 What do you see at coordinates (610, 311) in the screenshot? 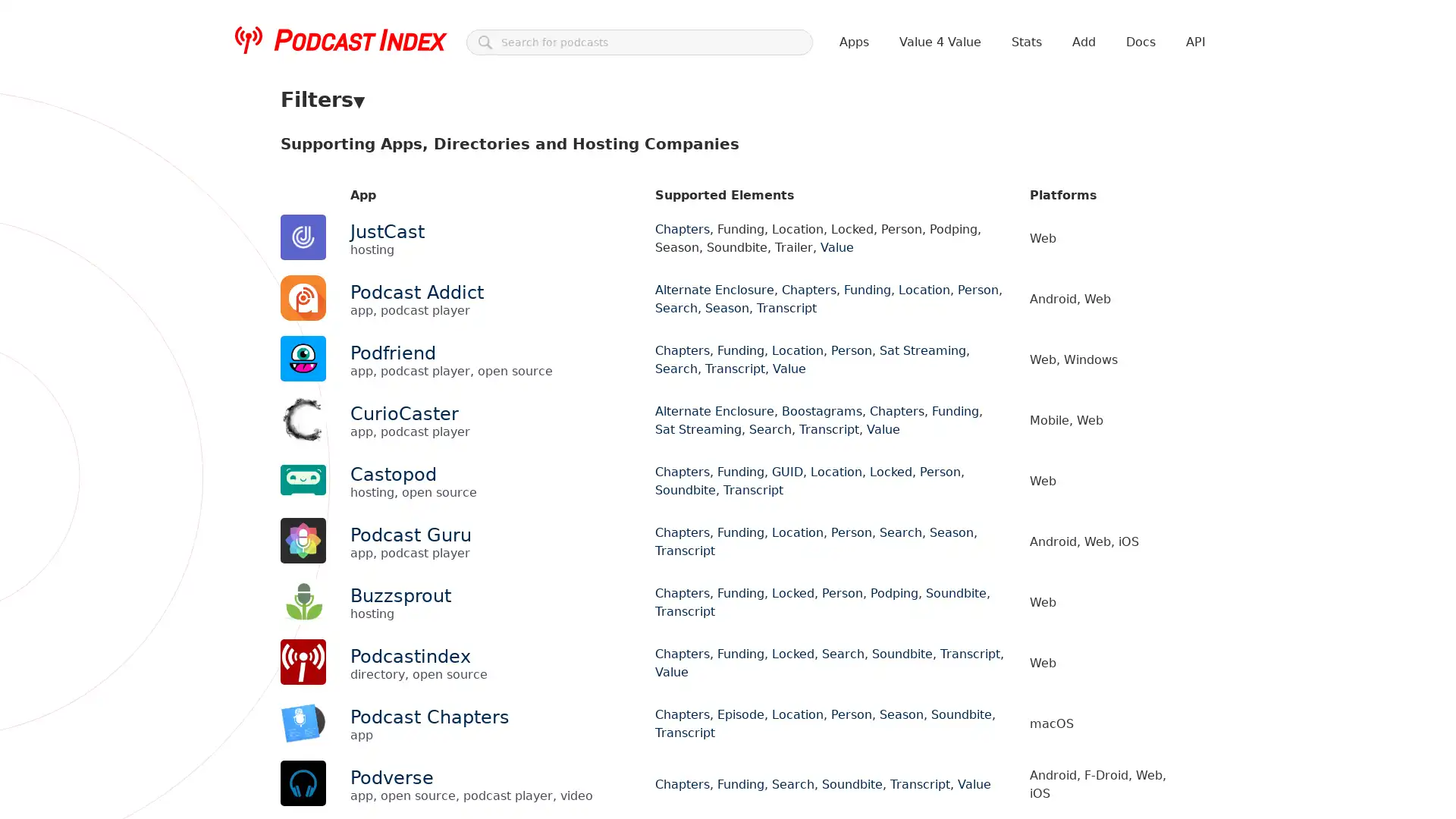
I see `Citadel` at bounding box center [610, 311].